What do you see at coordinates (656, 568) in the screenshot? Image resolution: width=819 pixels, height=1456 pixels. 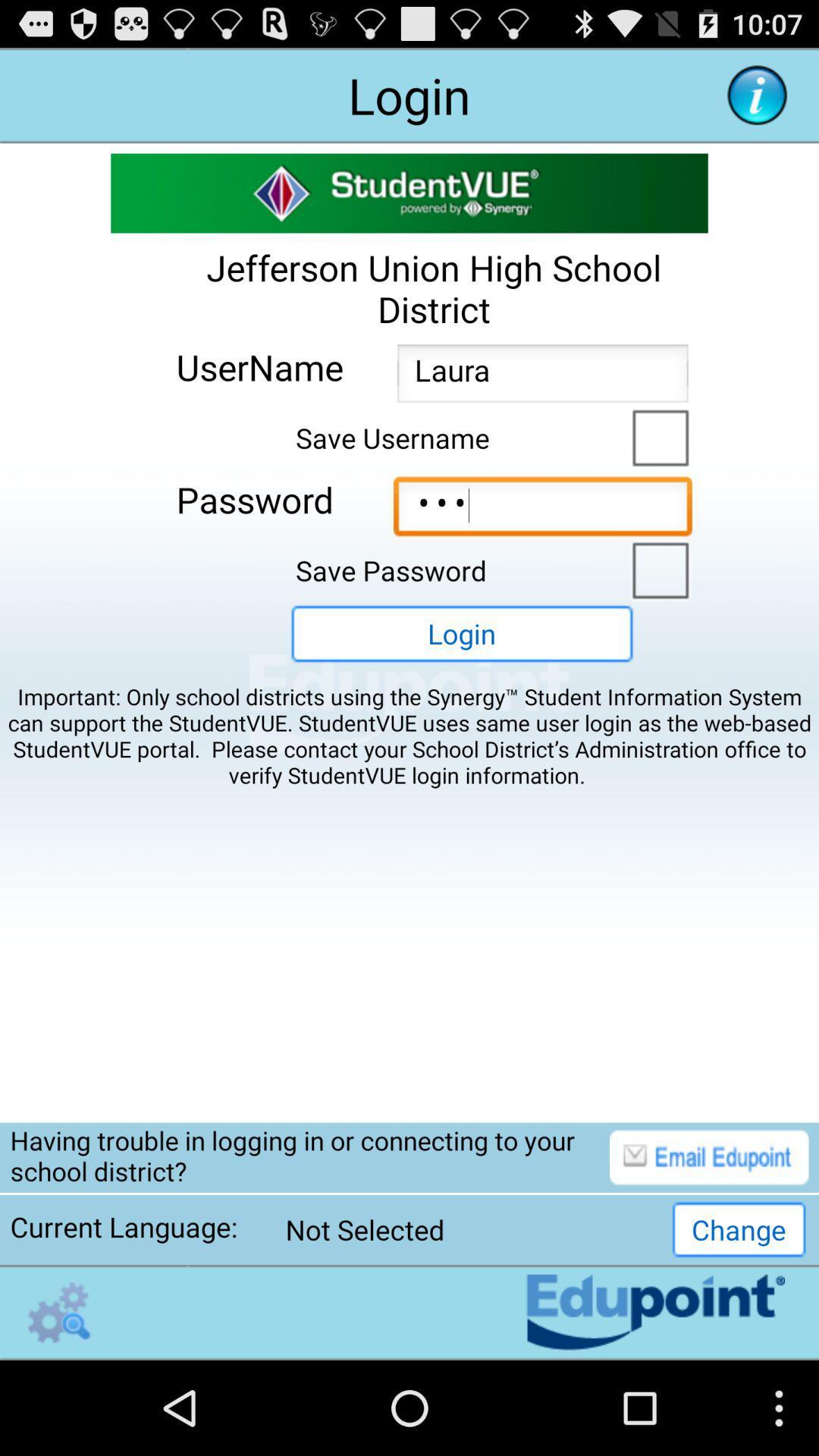 I see `switch save password option` at bounding box center [656, 568].